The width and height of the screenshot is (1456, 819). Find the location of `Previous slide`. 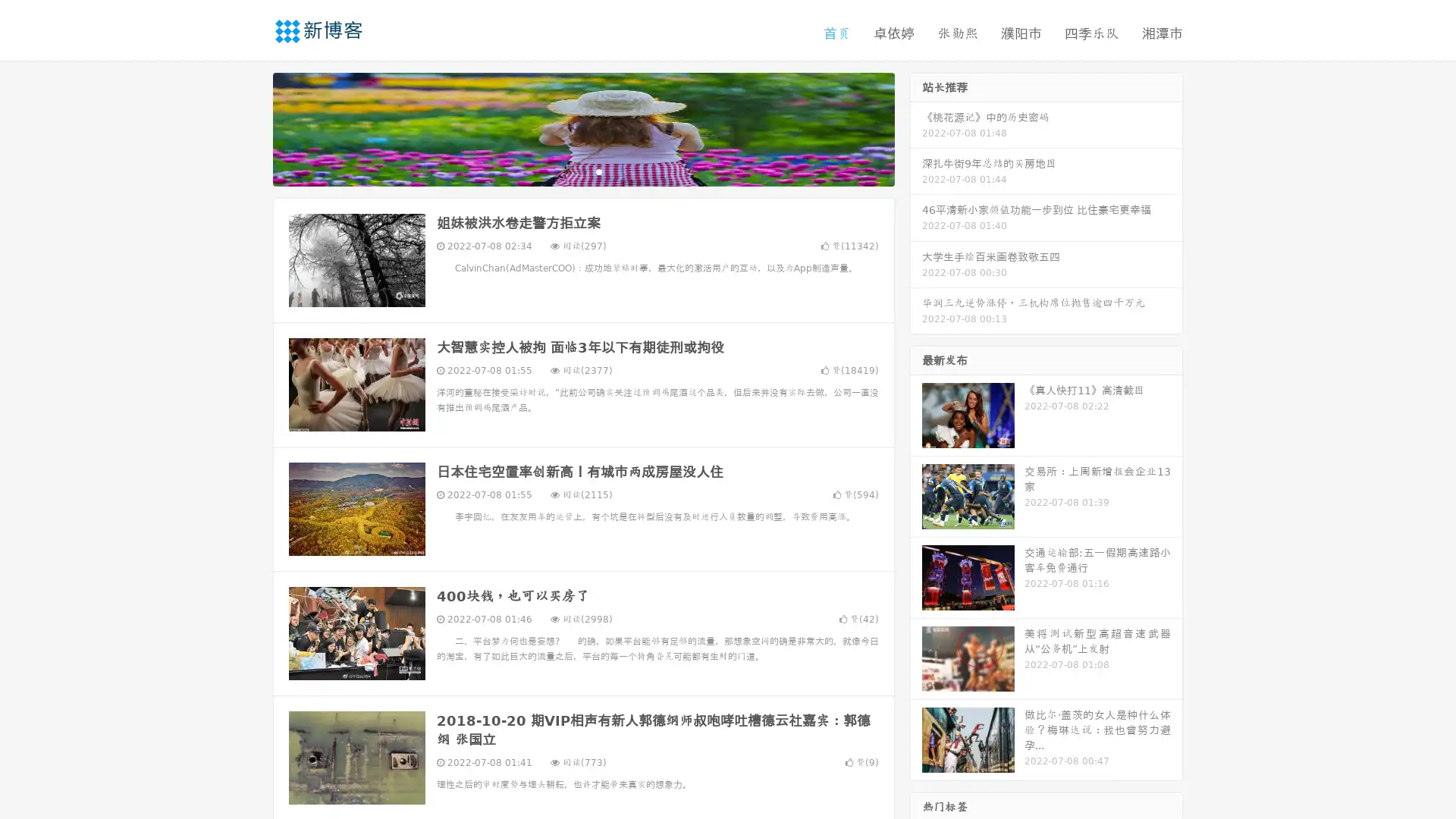

Previous slide is located at coordinates (250, 127).